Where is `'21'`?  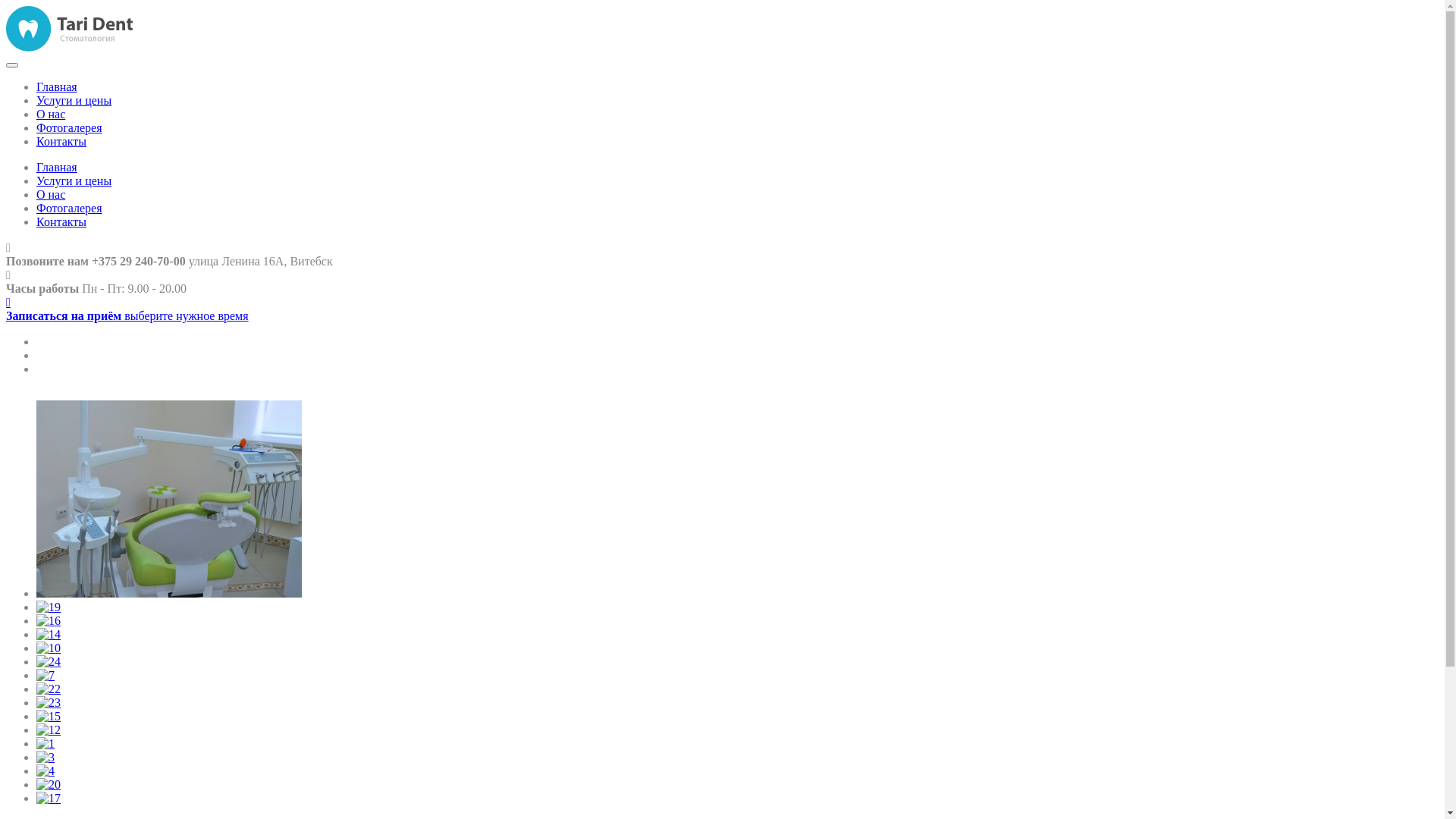
'21' is located at coordinates (168, 499).